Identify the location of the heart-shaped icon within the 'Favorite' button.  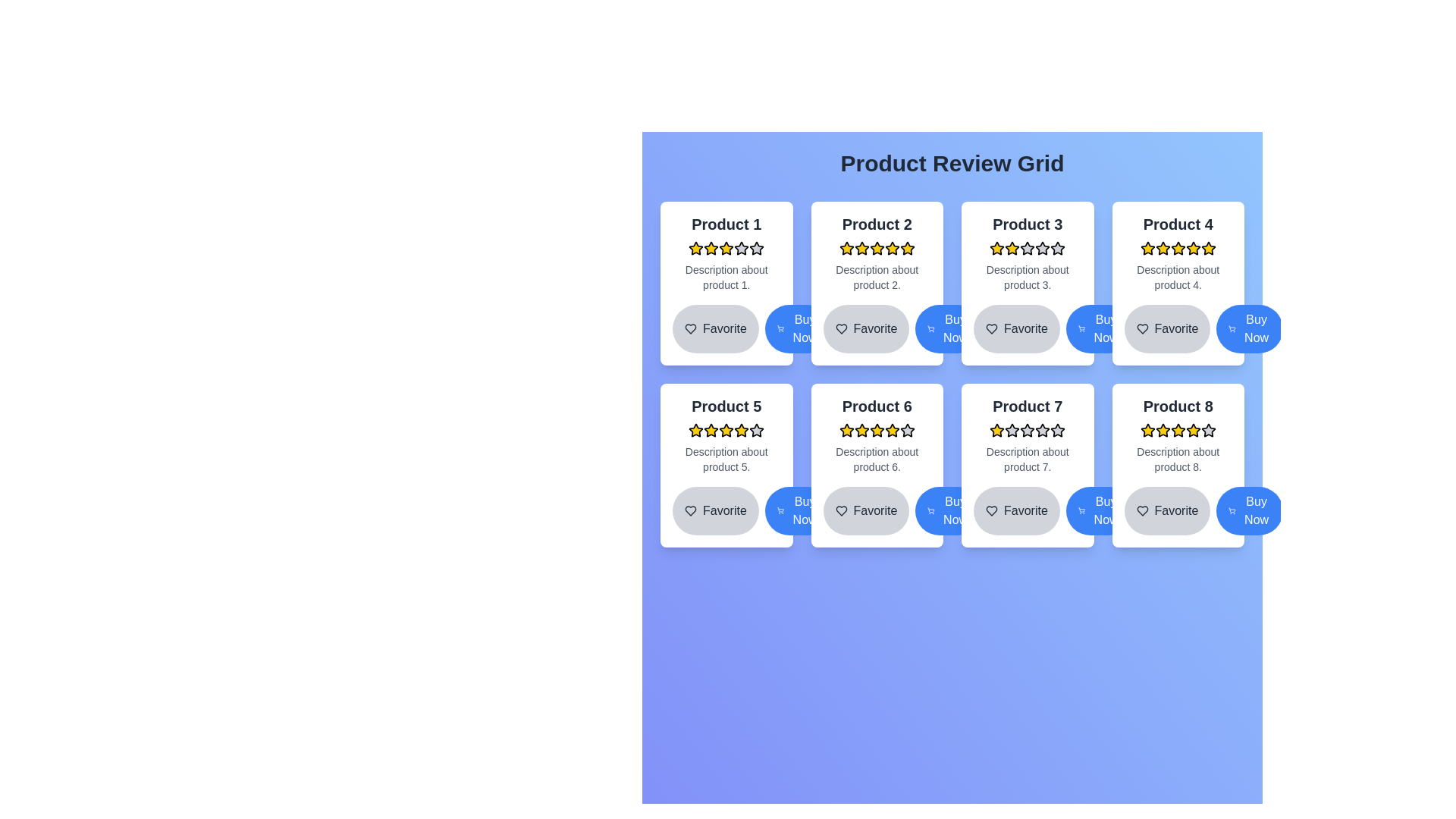
(690, 328).